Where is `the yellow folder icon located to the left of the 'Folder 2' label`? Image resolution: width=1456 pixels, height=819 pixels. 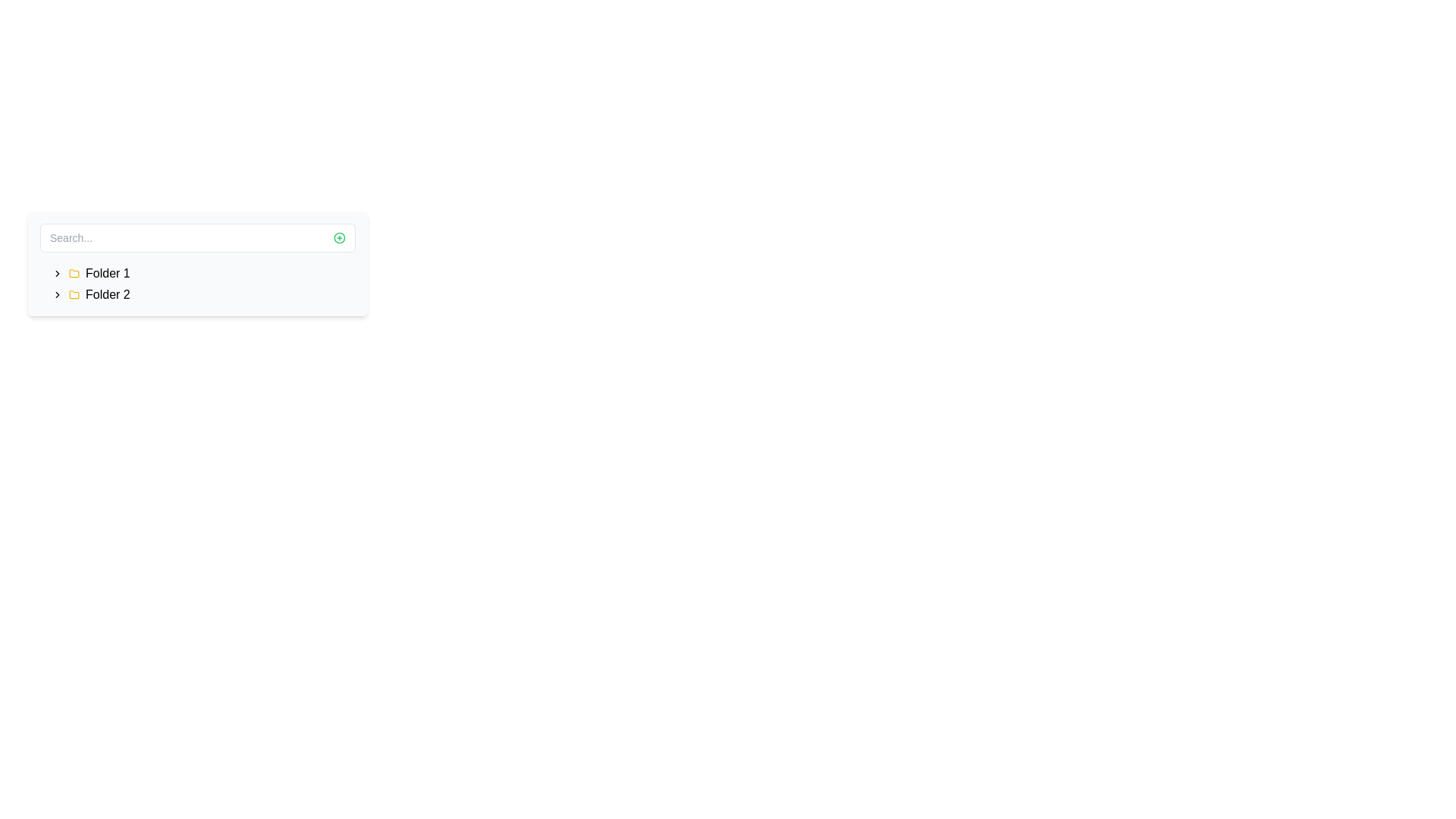 the yellow folder icon located to the left of the 'Folder 2' label is located at coordinates (73, 294).